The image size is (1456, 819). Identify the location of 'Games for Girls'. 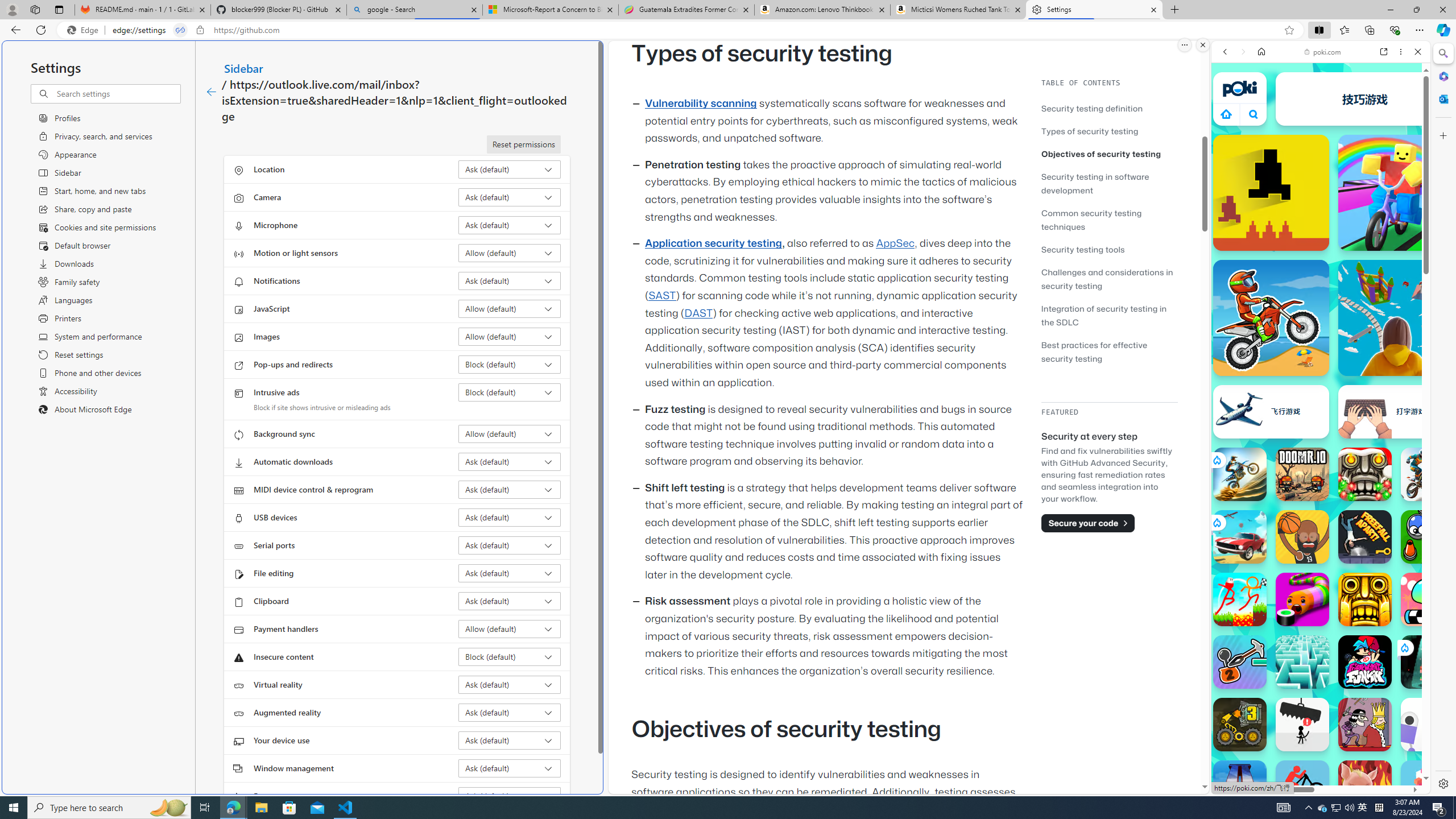
(1319, 407).